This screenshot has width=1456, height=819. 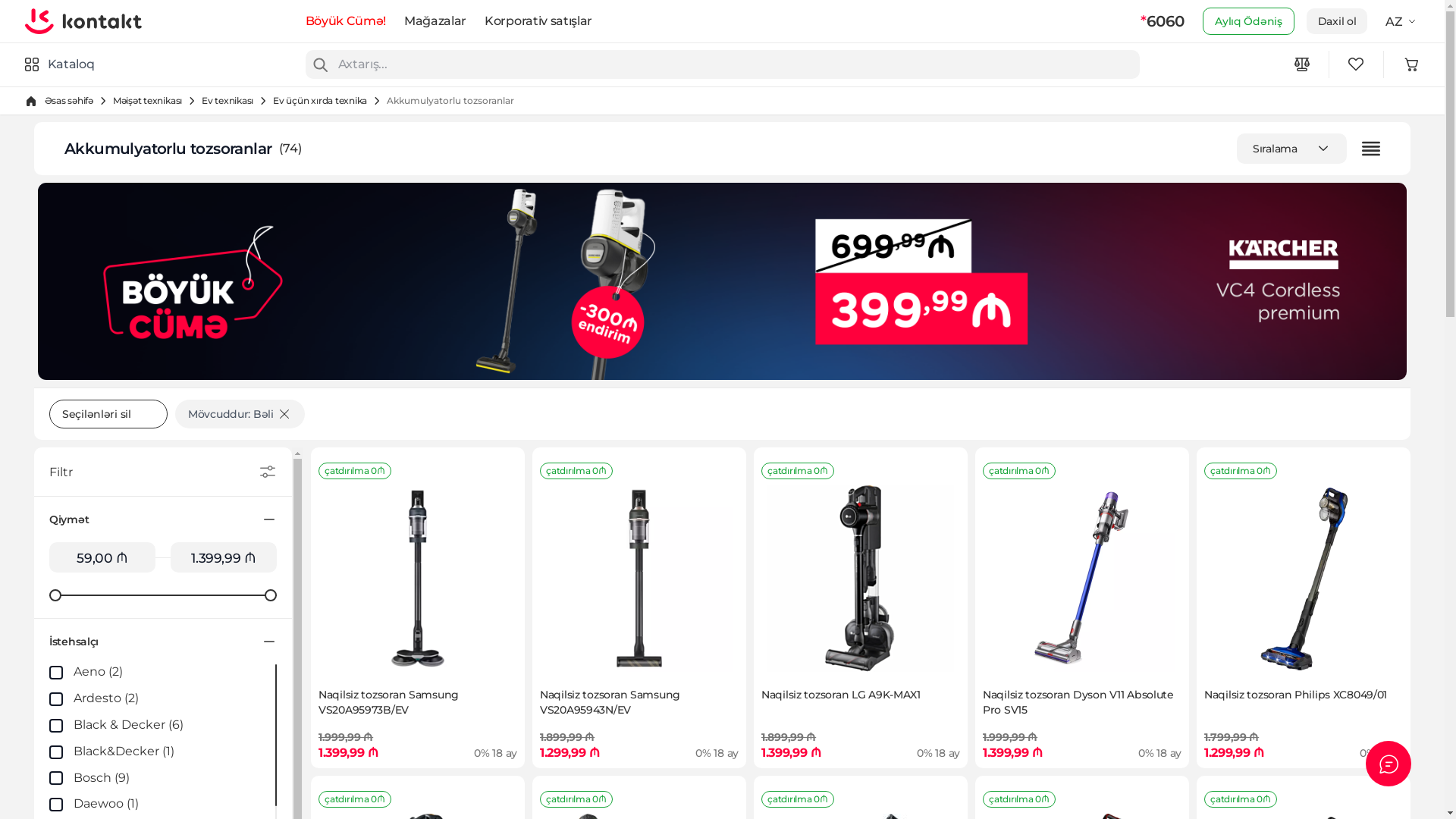 What do you see at coordinates (418, 579) in the screenshot?
I see `'Naqilsiz tozsoran Samsung VS20A95973B/EV	 '` at bounding box center [418, 579].